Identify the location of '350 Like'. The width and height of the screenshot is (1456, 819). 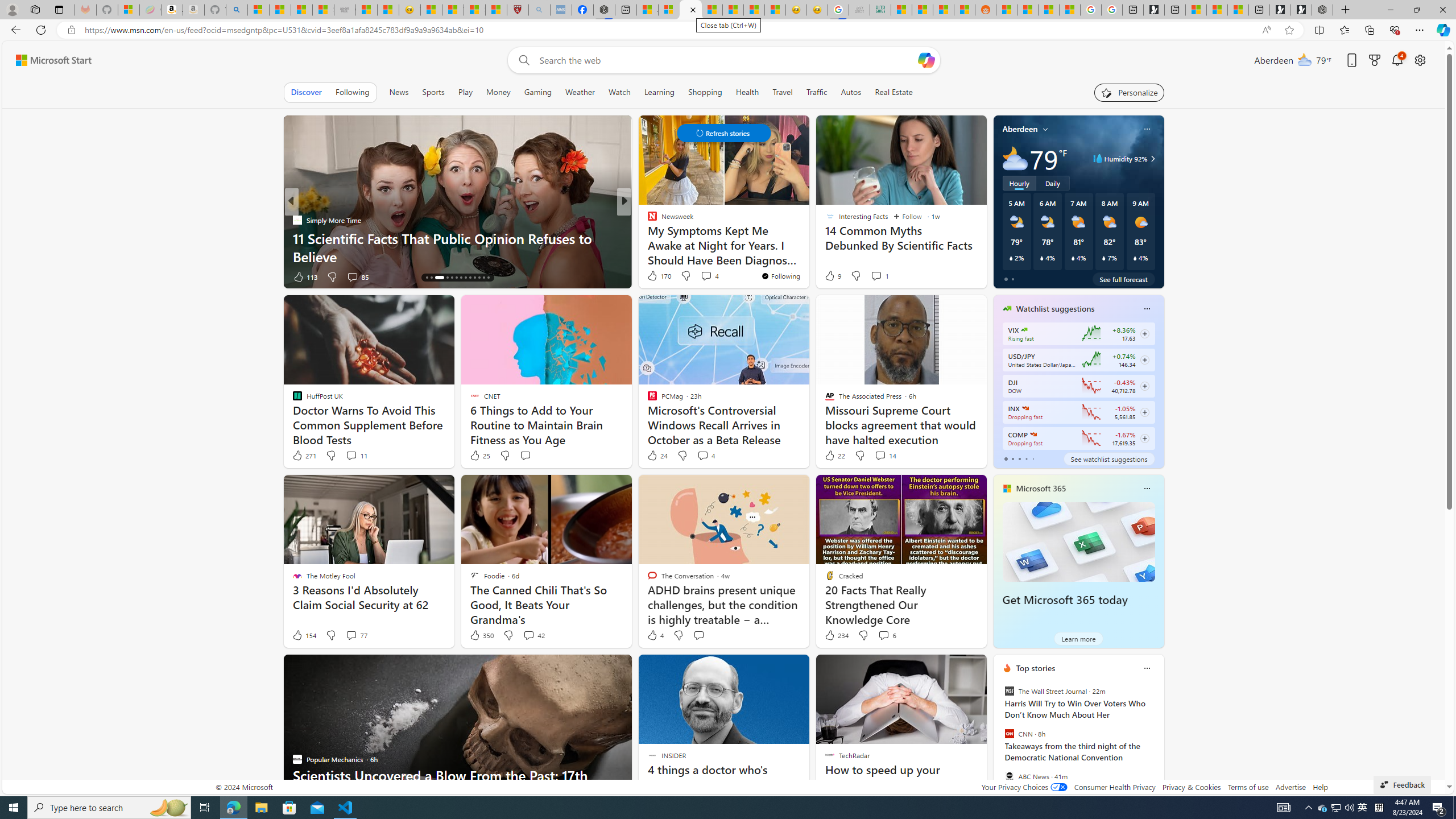
(481, 634).